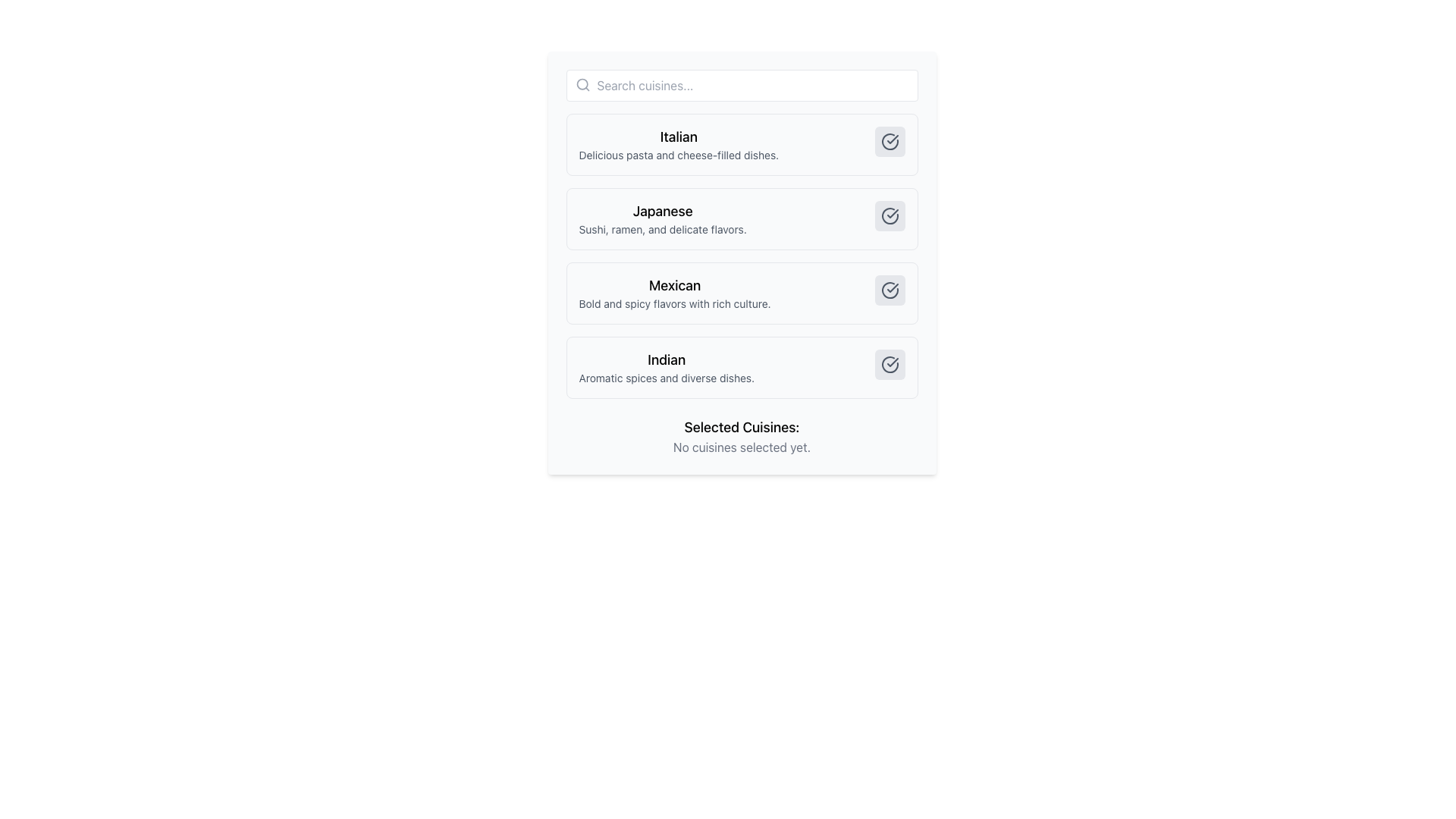 This screenshot has width=1456, height=819. Describe the element at coordinates (742, 145) in the screenshot. I see `the first selectable list item titled 'Italian', which features a bold title and a description about delicious pasta dishes, located at the top of the cuisine options list` at that location.